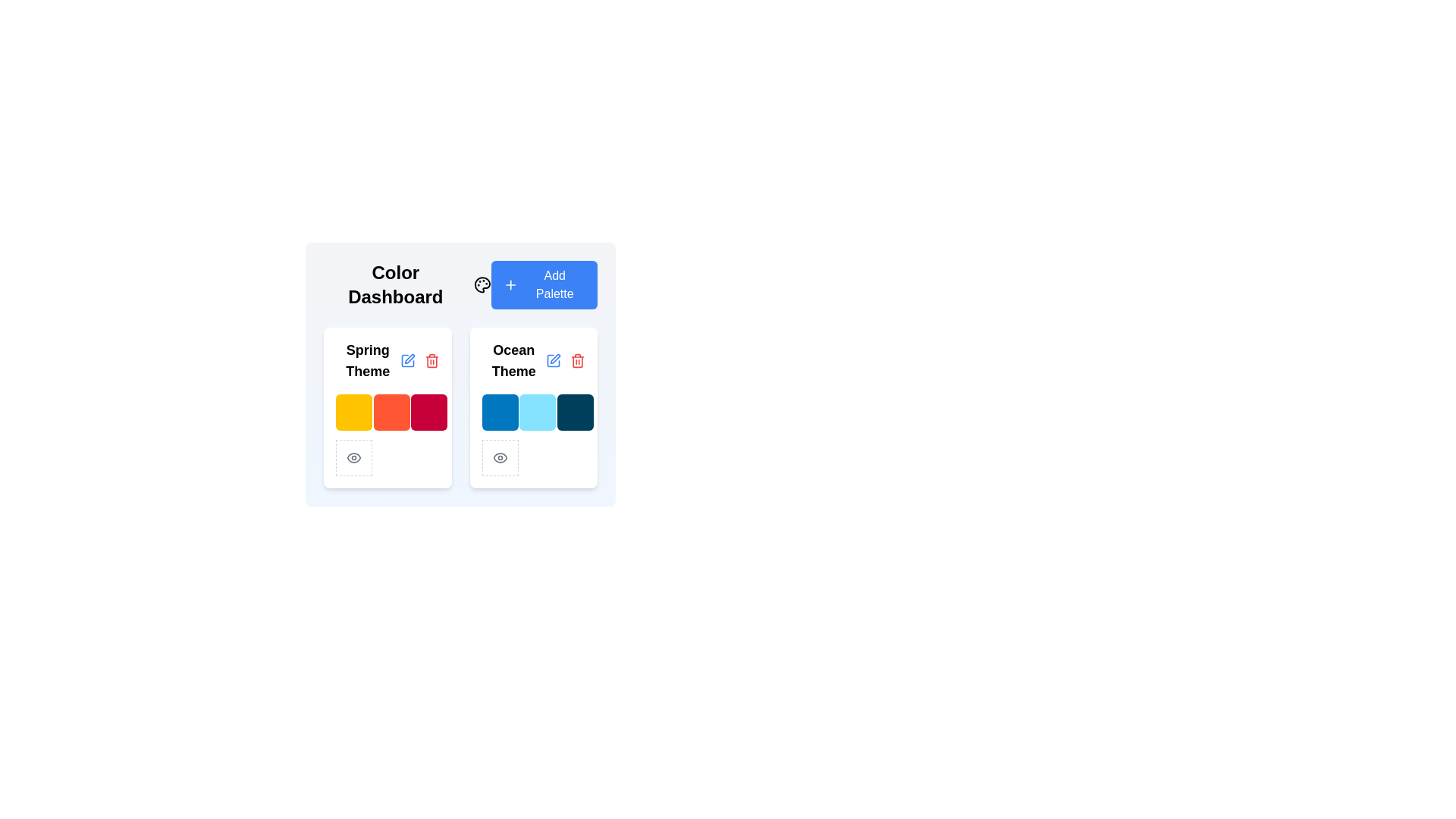 This screenshot has height=819, width=1456. What do you see at coordinates (513, 360) in the screenshot?
I see `the Text label that presents the title or name of the associated theme or palette, located in the title section of the second card, above color swatches` at bounding box center [513, 360].